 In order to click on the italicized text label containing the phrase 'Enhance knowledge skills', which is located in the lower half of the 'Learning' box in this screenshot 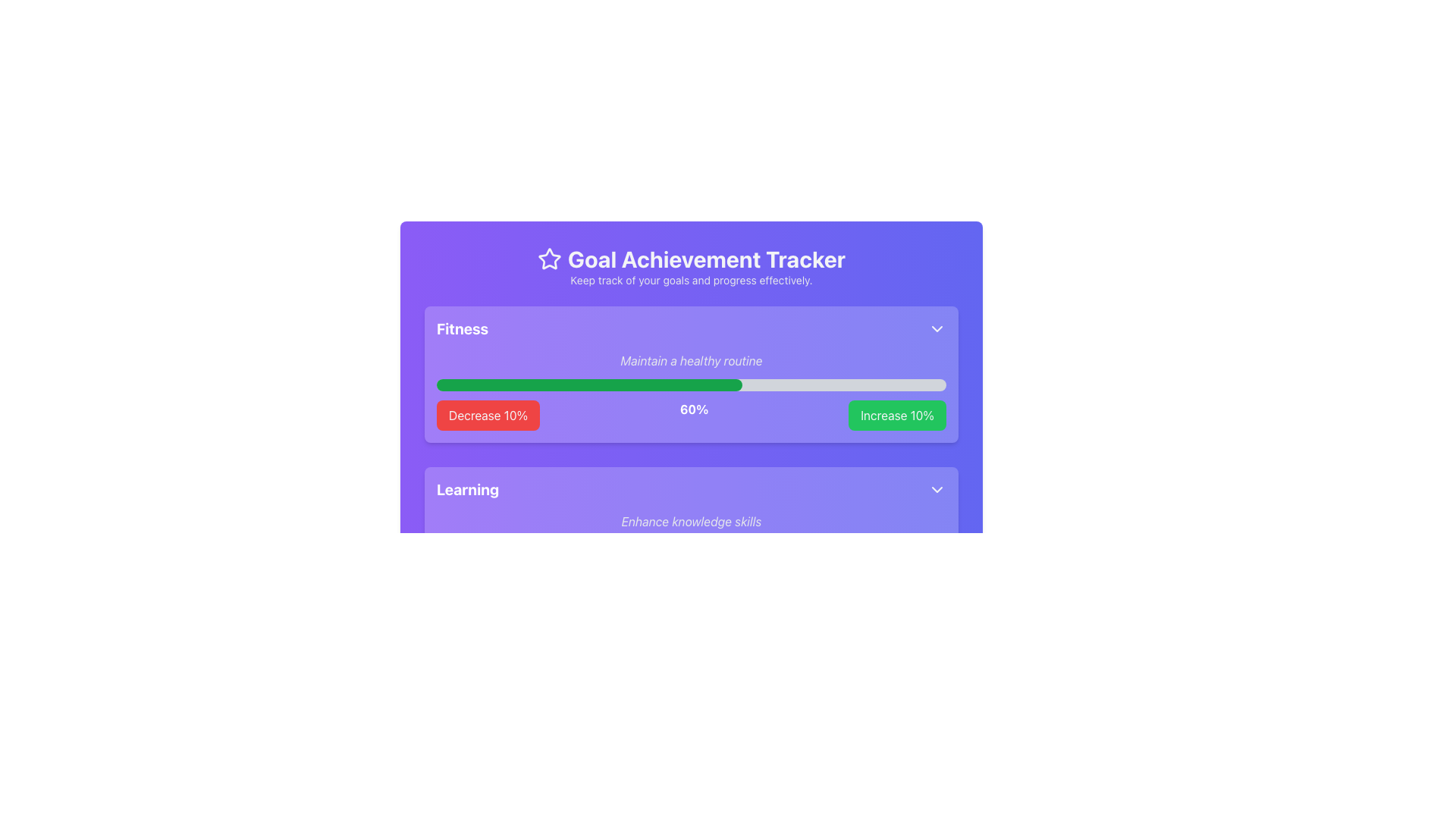, I will do `click(691, 520)`.